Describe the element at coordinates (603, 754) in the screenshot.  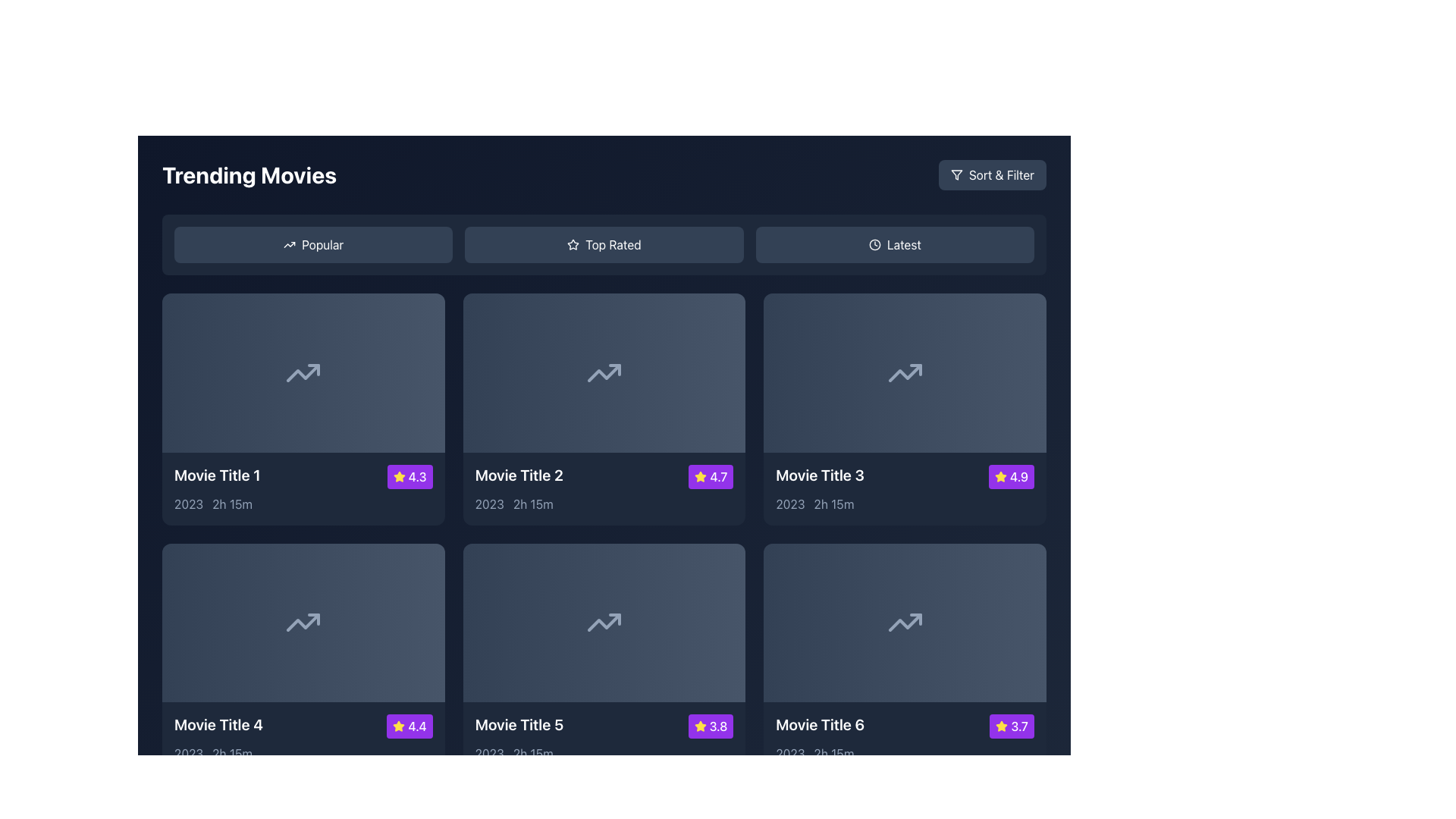
I see `the text label displaying '2023 2h 15m' which is styled in a subdued gray font and located below the title and rating of the fifth movie card in the grid of trending movies` at that location.